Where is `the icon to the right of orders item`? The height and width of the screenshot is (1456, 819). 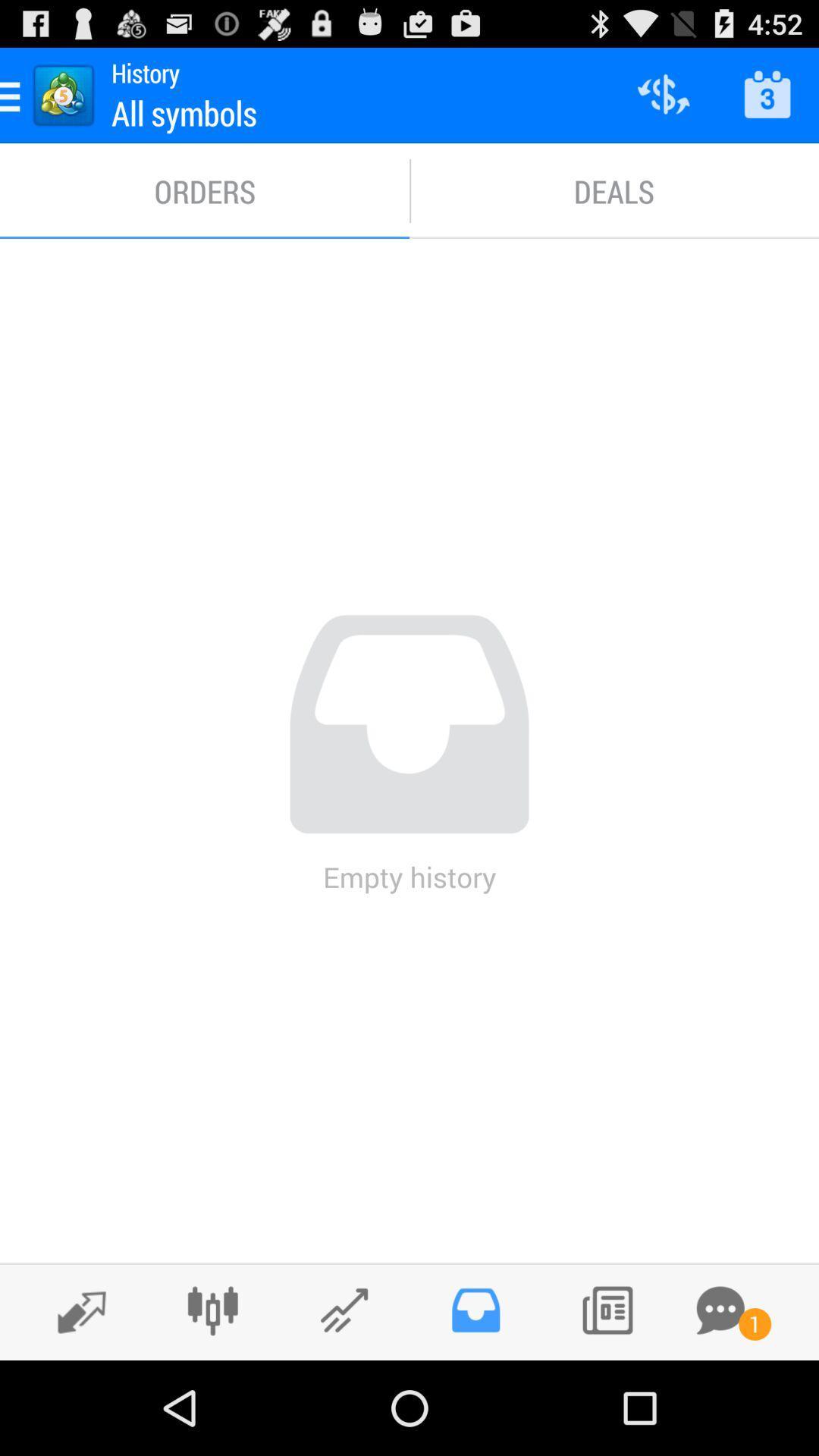 the icon to the right of orders item is located at coordinates (614, 190).